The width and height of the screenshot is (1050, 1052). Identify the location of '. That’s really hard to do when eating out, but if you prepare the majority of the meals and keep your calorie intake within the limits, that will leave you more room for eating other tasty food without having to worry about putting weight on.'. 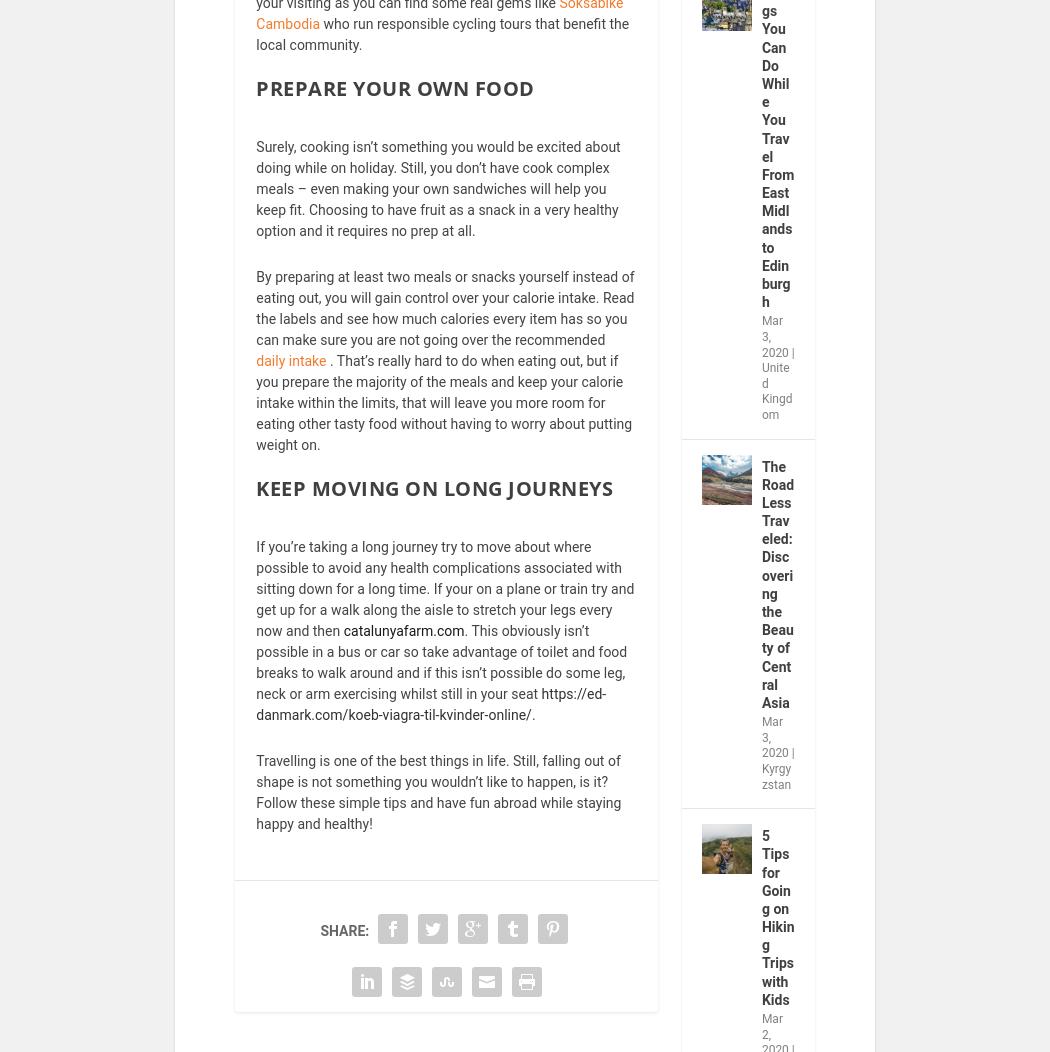
(443, 414).